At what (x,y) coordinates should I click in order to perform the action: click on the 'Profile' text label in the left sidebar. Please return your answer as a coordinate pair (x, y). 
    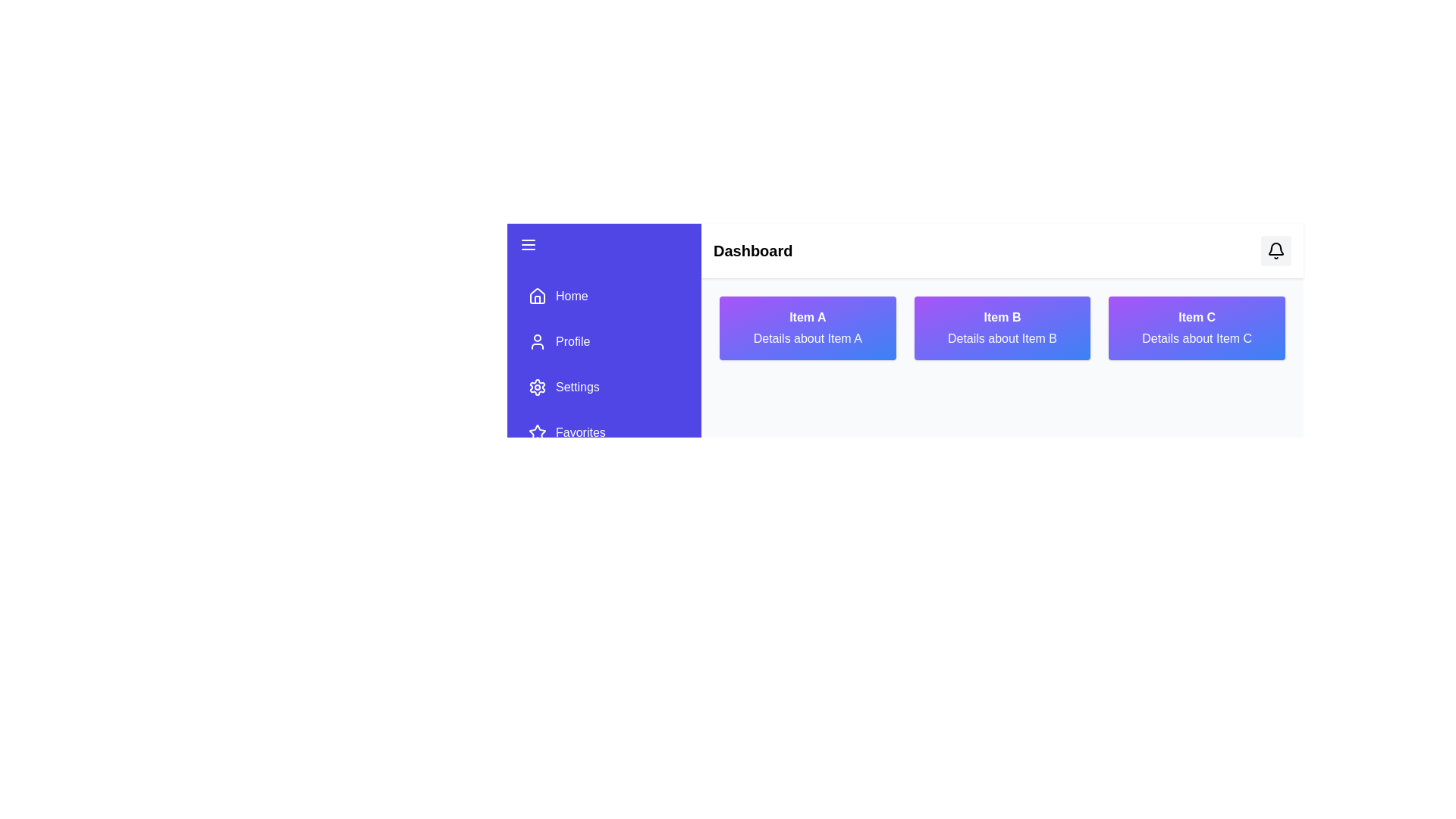
    Looking at the image, I should click on (572, 342).